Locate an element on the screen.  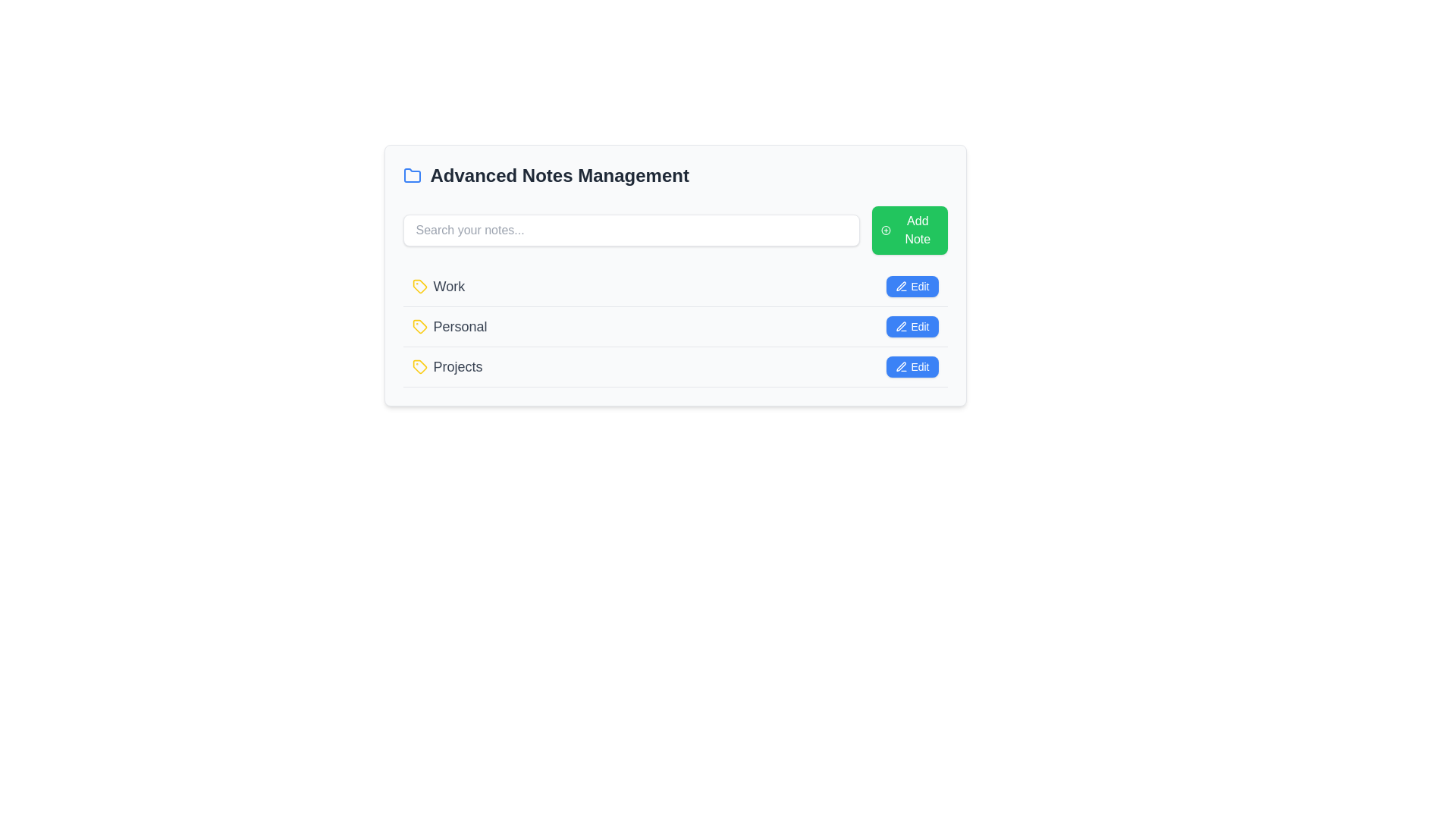
the tag icon with a yellow outline located to the left of the 'Projects' label in the category list under 'Advanced Notes Management.' is located at coordinates (419, 366).